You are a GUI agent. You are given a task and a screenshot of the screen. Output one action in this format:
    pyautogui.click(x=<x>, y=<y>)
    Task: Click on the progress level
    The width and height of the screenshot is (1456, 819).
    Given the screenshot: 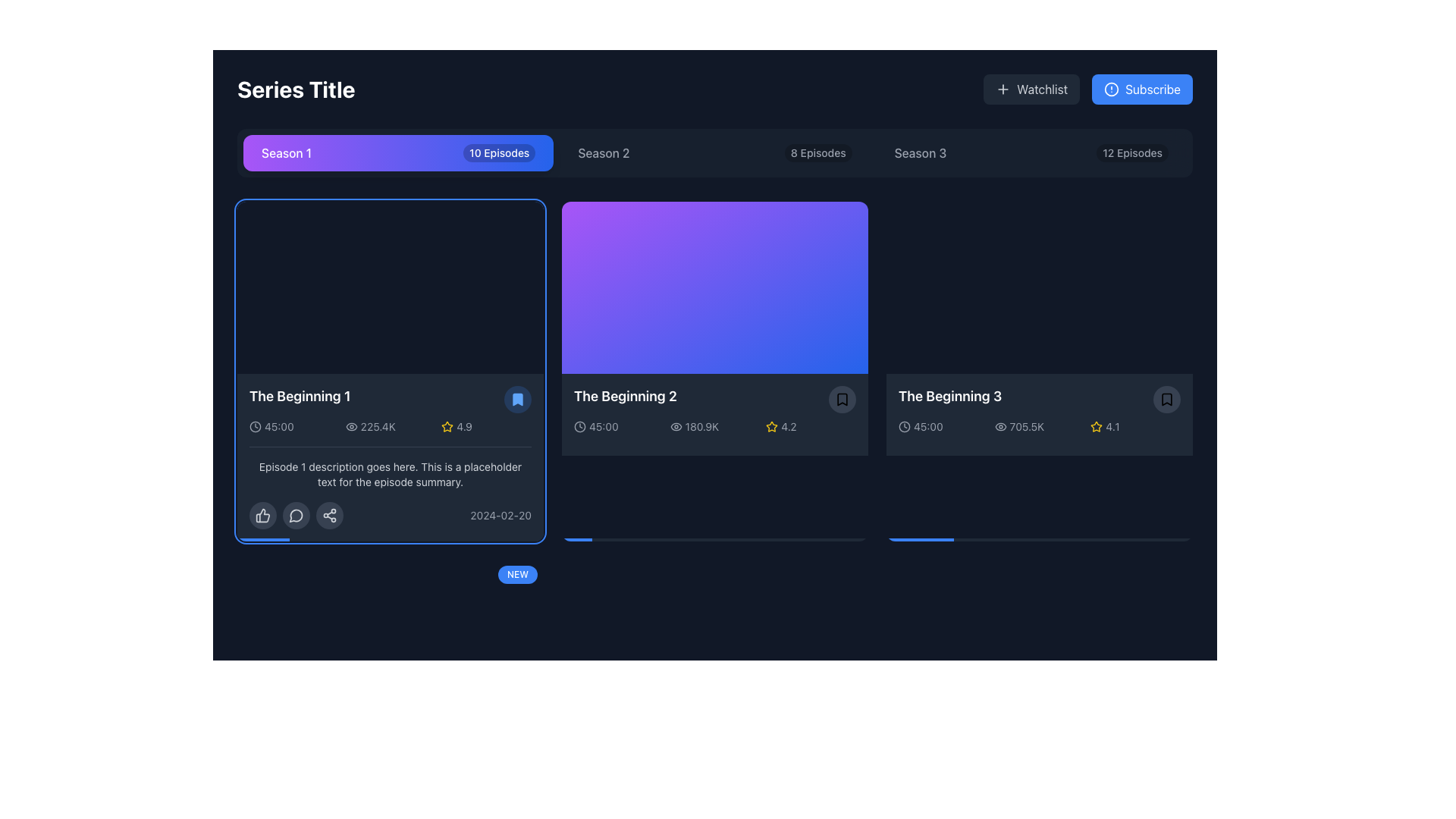 What is the action you would take?
    pyautogui.click(x=968, y=539)
    